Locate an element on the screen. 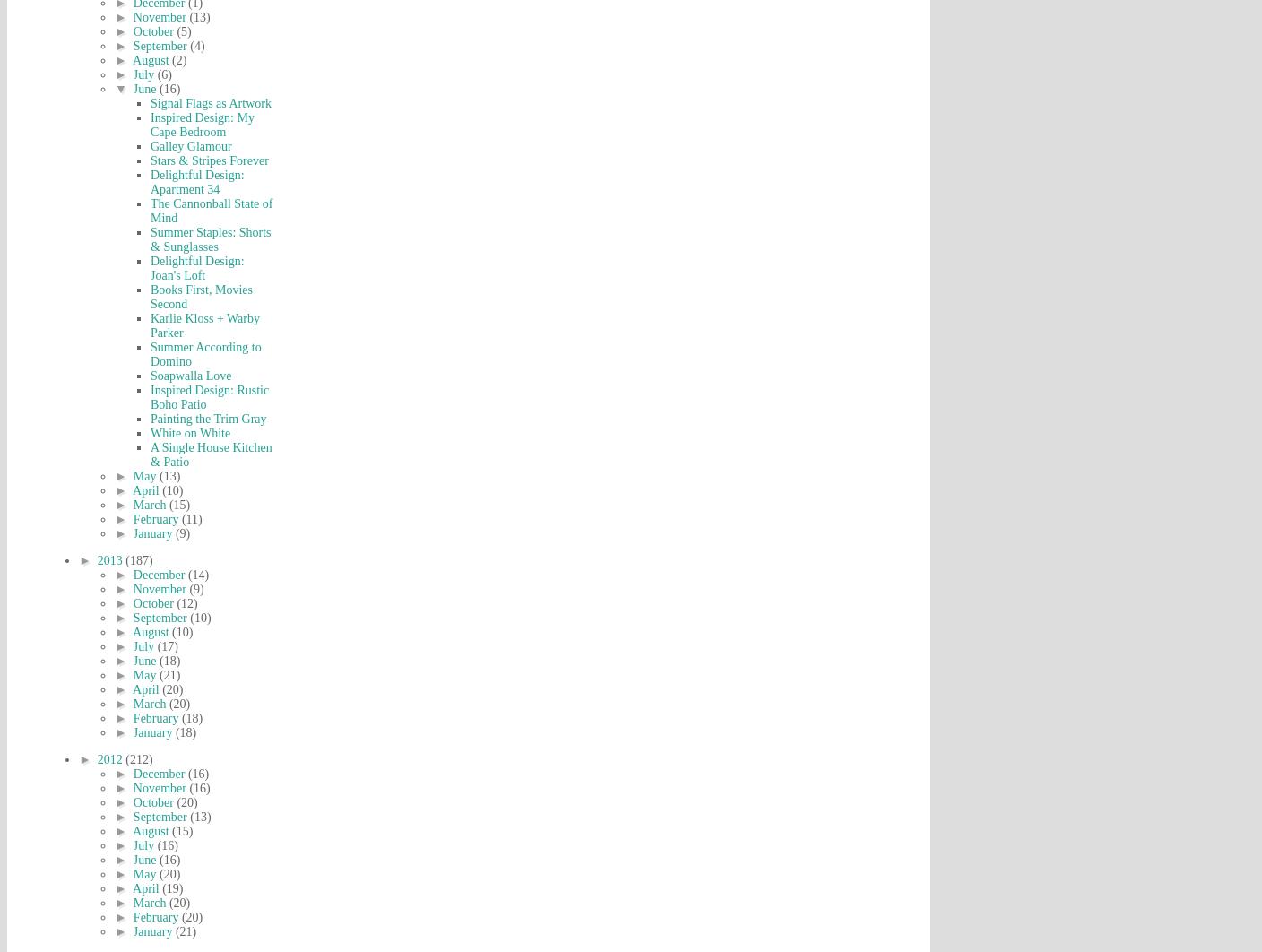 The height and width of the screenshot is (952, 1262). 'Delightful Design: Apartment 34' is located at coordinates (195, 182).